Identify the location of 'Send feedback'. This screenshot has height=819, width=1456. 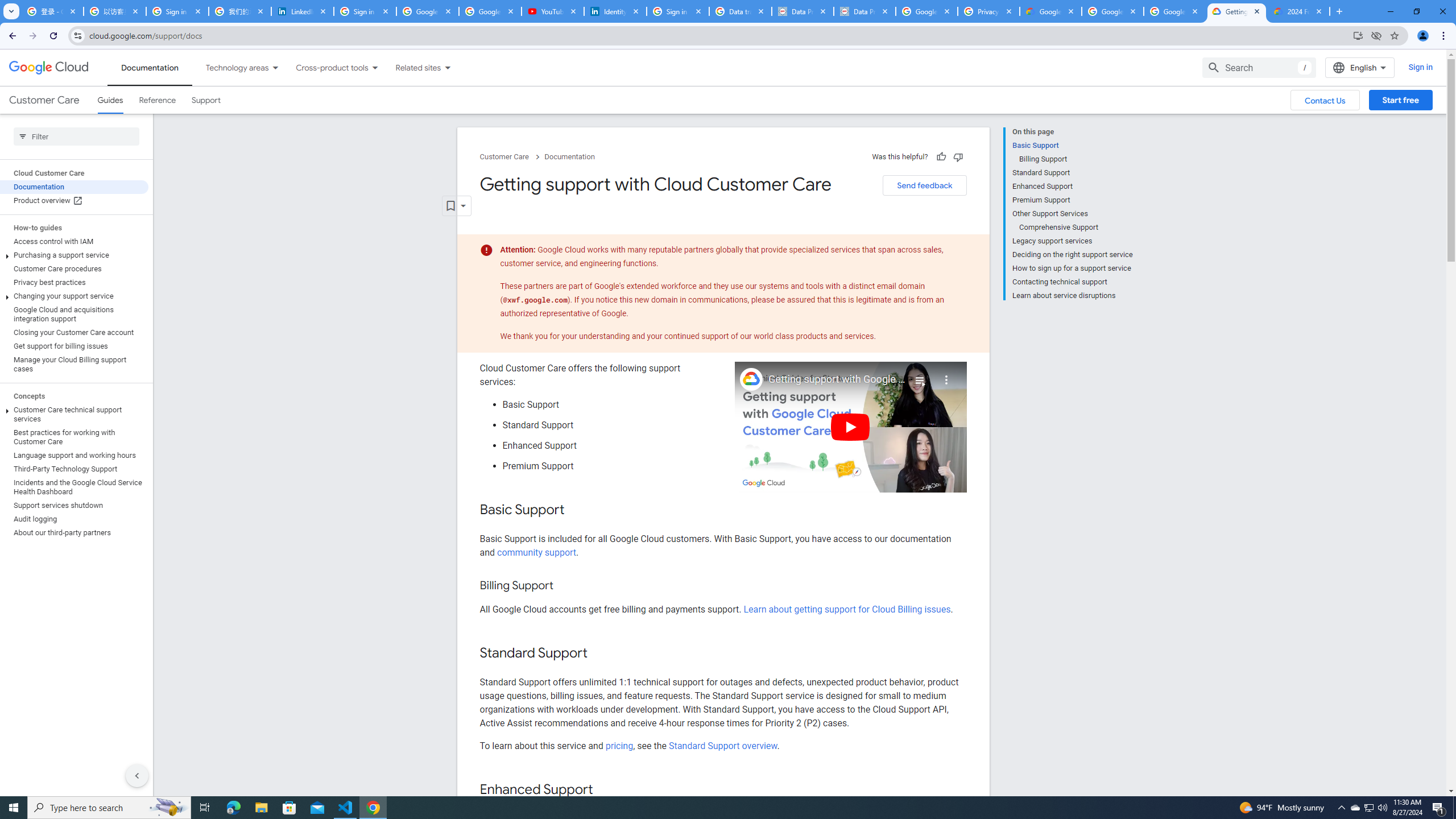
(924, 185).